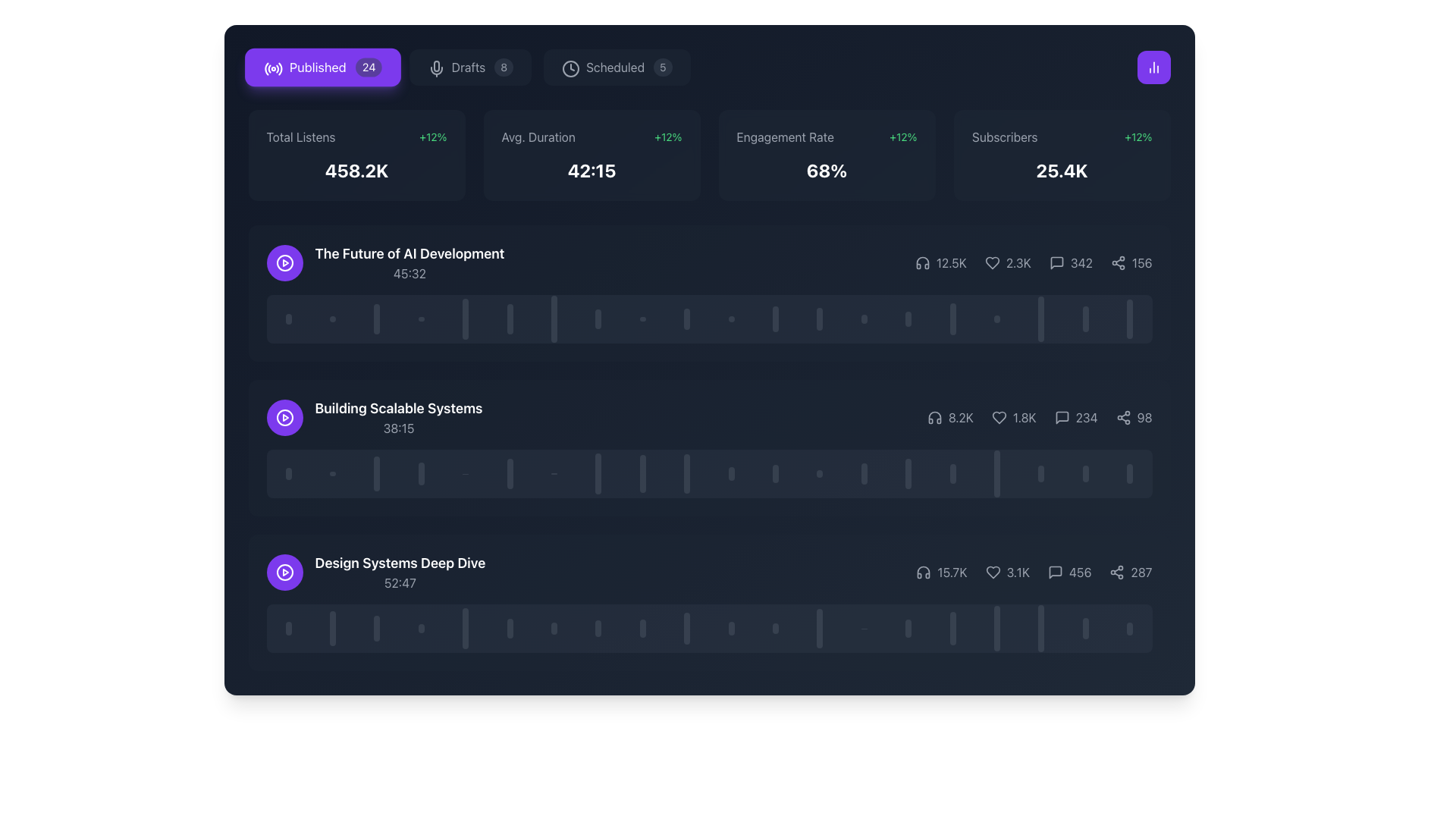 The width and height of the screenshot is (1456, 819). Describe the element at coordinates (993, 573) in the screenshot. I see `the heart-shaped icon located beside the '3.1K' likes in the content row for 'Design Systems Deep Dive' to like the content` at that location.